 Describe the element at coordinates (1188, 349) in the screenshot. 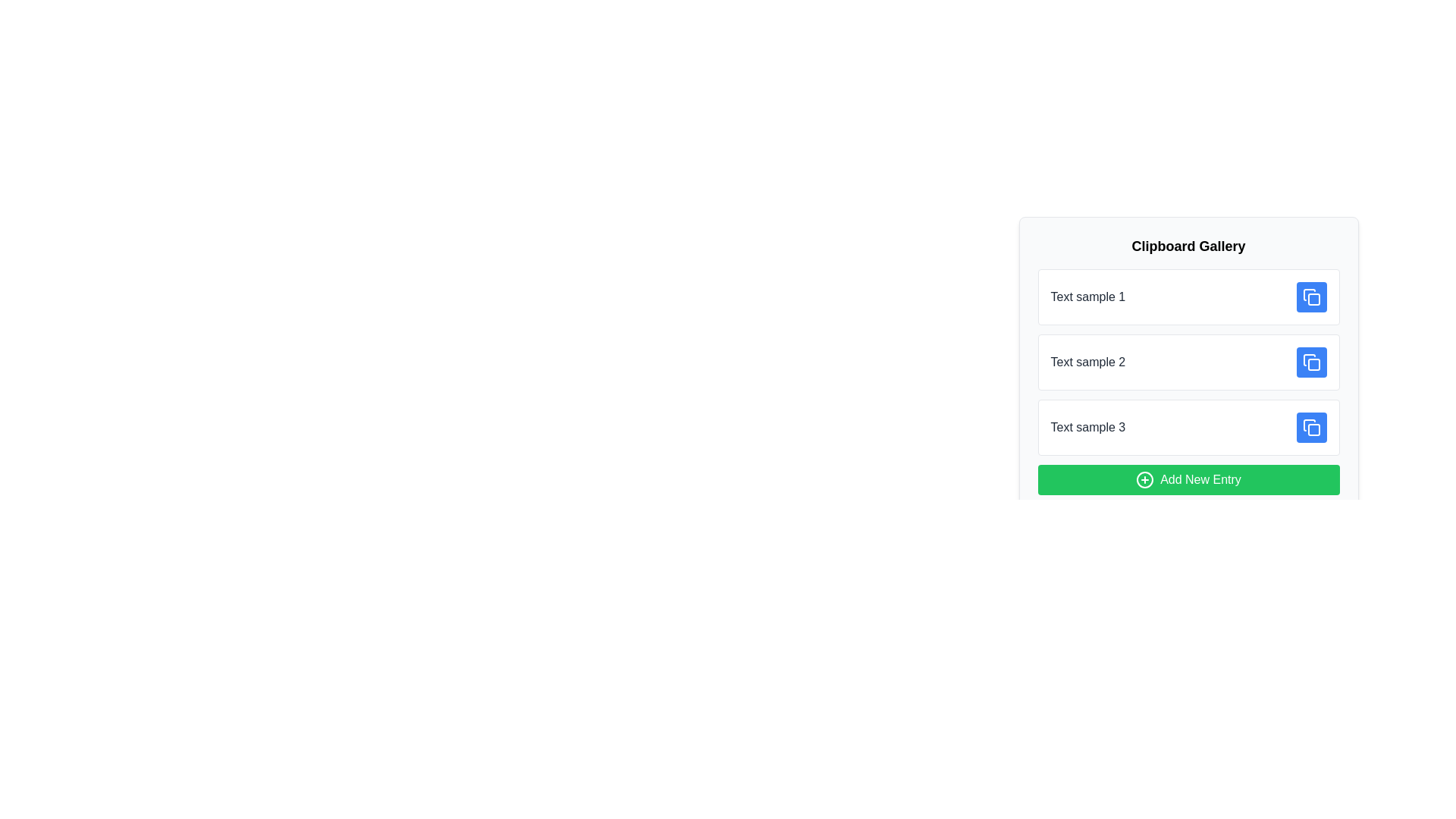

I see `the entry labeled 'Text sample 2'` at that location.